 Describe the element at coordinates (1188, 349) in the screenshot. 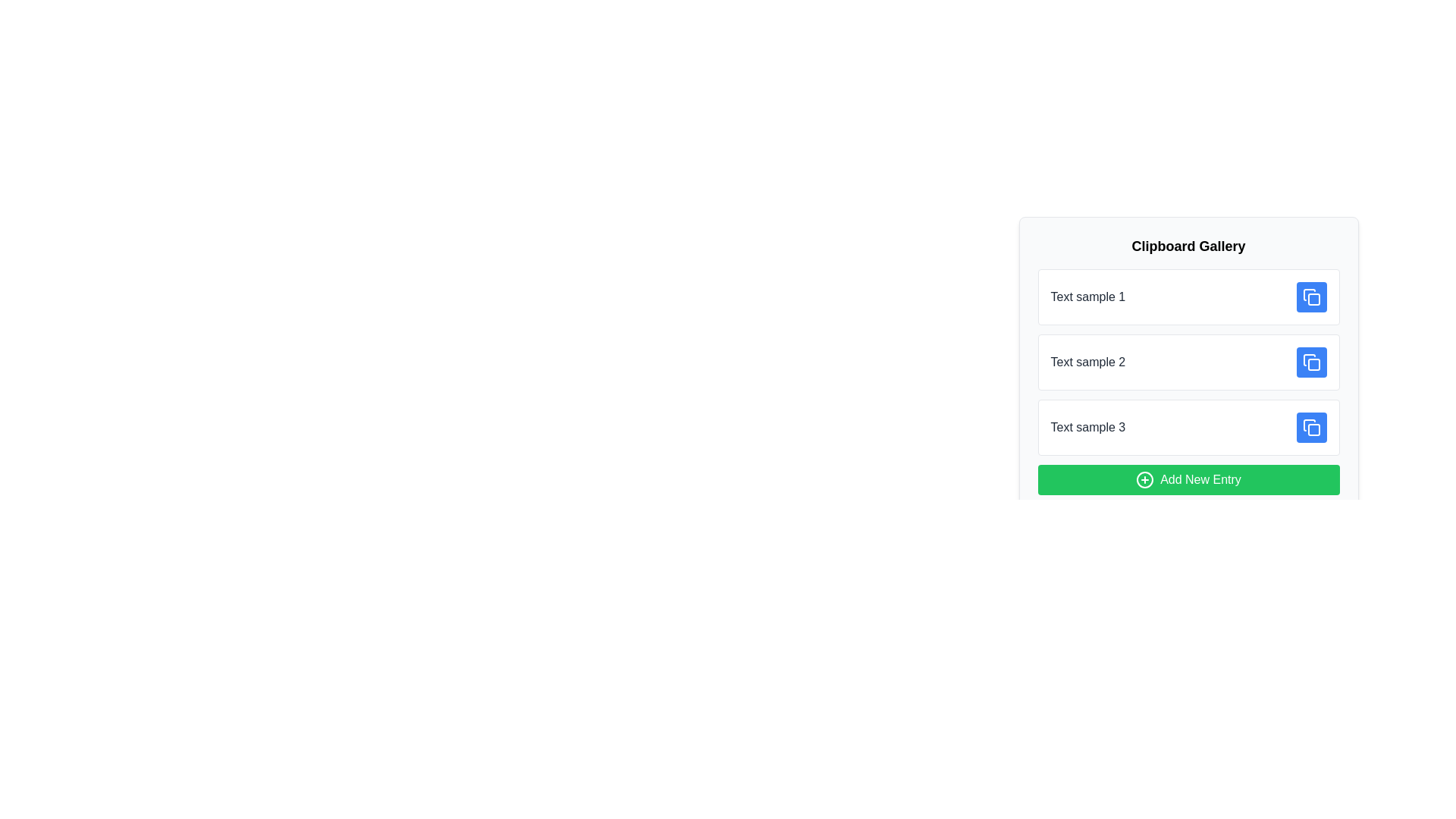

I see `the entry labeled 'Text sample 2'` at that location.